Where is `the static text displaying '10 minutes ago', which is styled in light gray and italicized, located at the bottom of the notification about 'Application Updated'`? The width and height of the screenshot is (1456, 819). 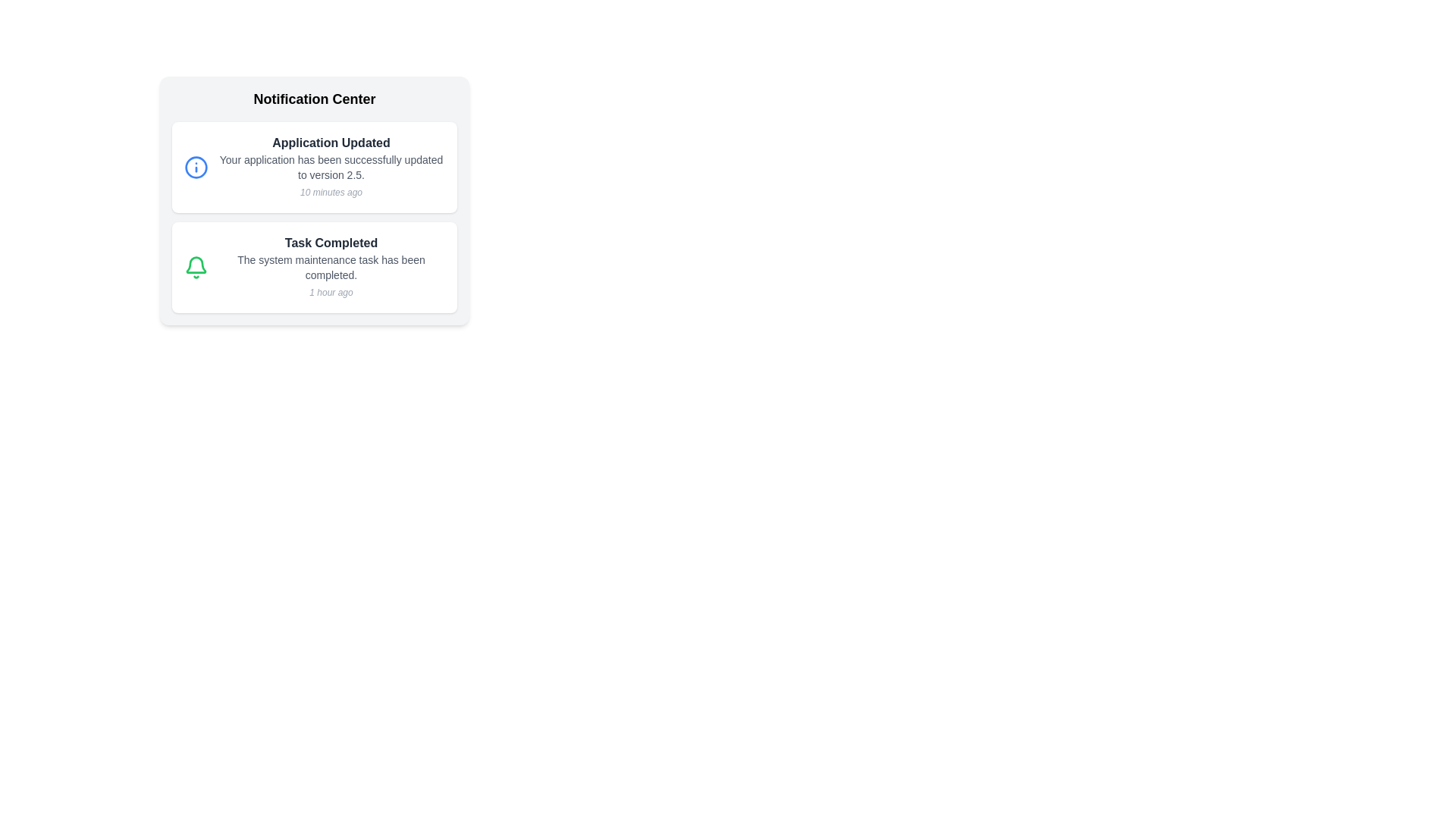 the static text displaying '10 minutes ago', which is styled in light gray and italicized, located at the bottom of the notification about 'Application Updated' is located at coordinates (330, 192).